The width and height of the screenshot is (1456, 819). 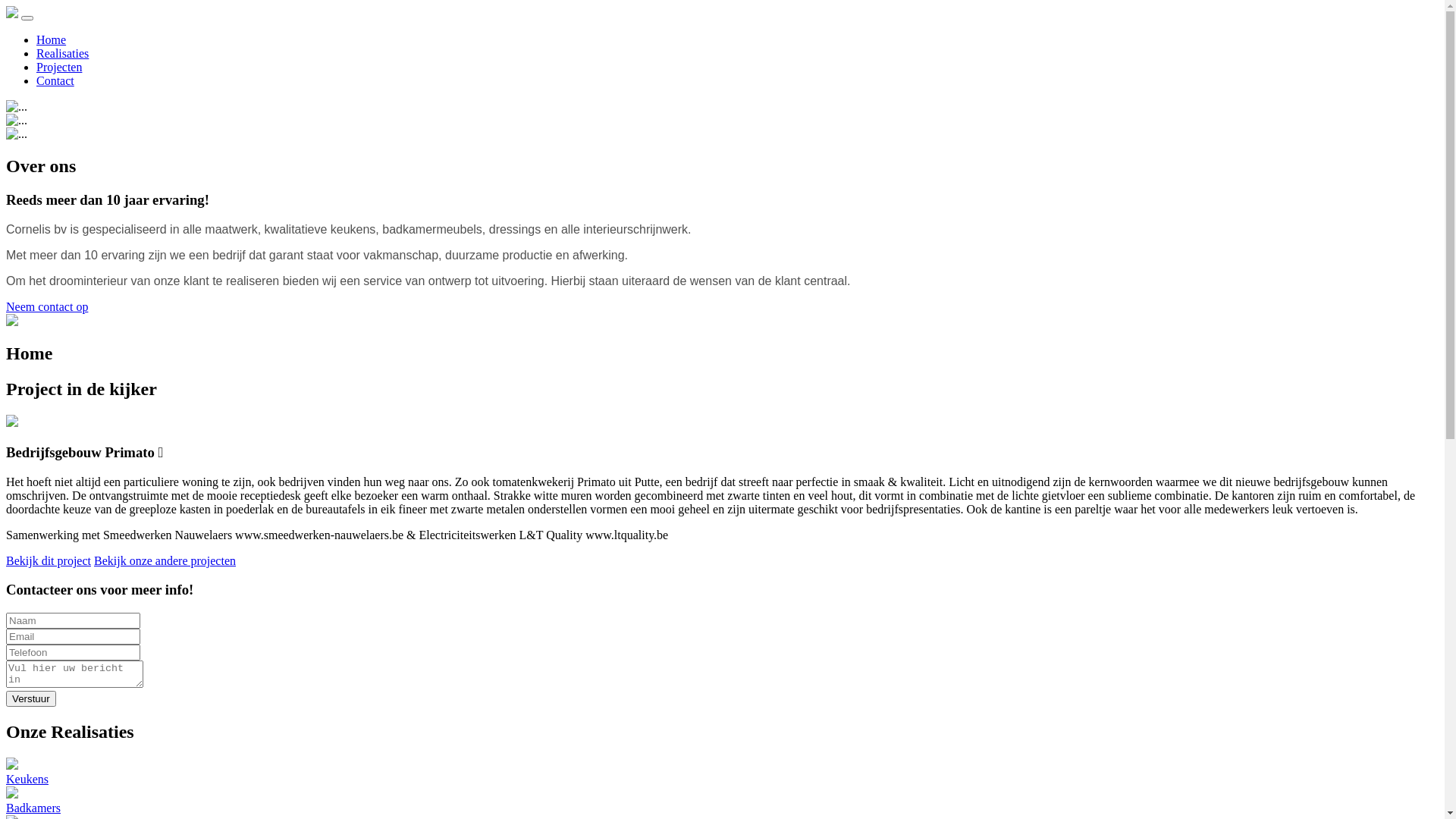 I want to click on 'Contact', so click(x=55, y=80).